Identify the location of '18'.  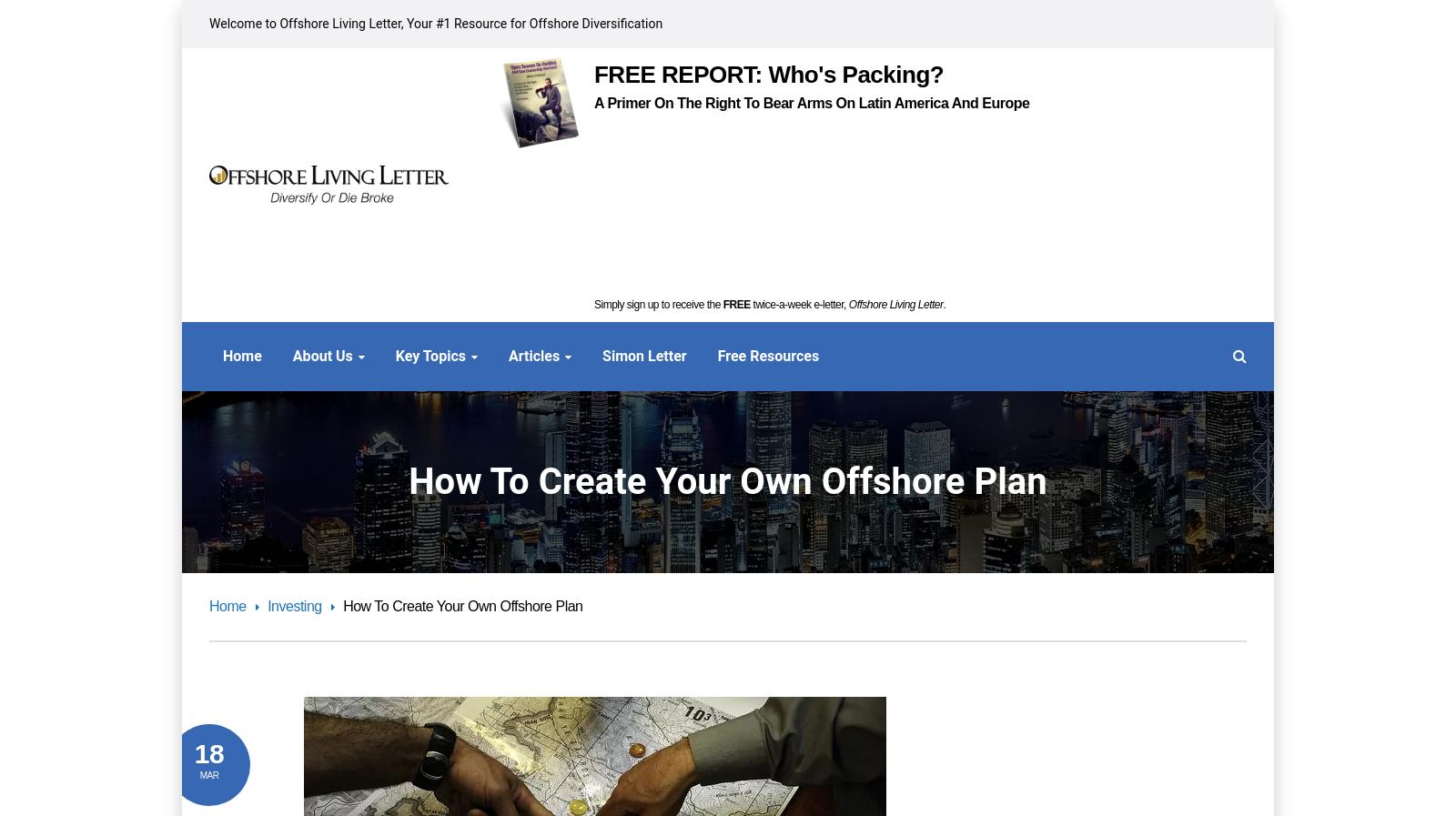
(208, 753).